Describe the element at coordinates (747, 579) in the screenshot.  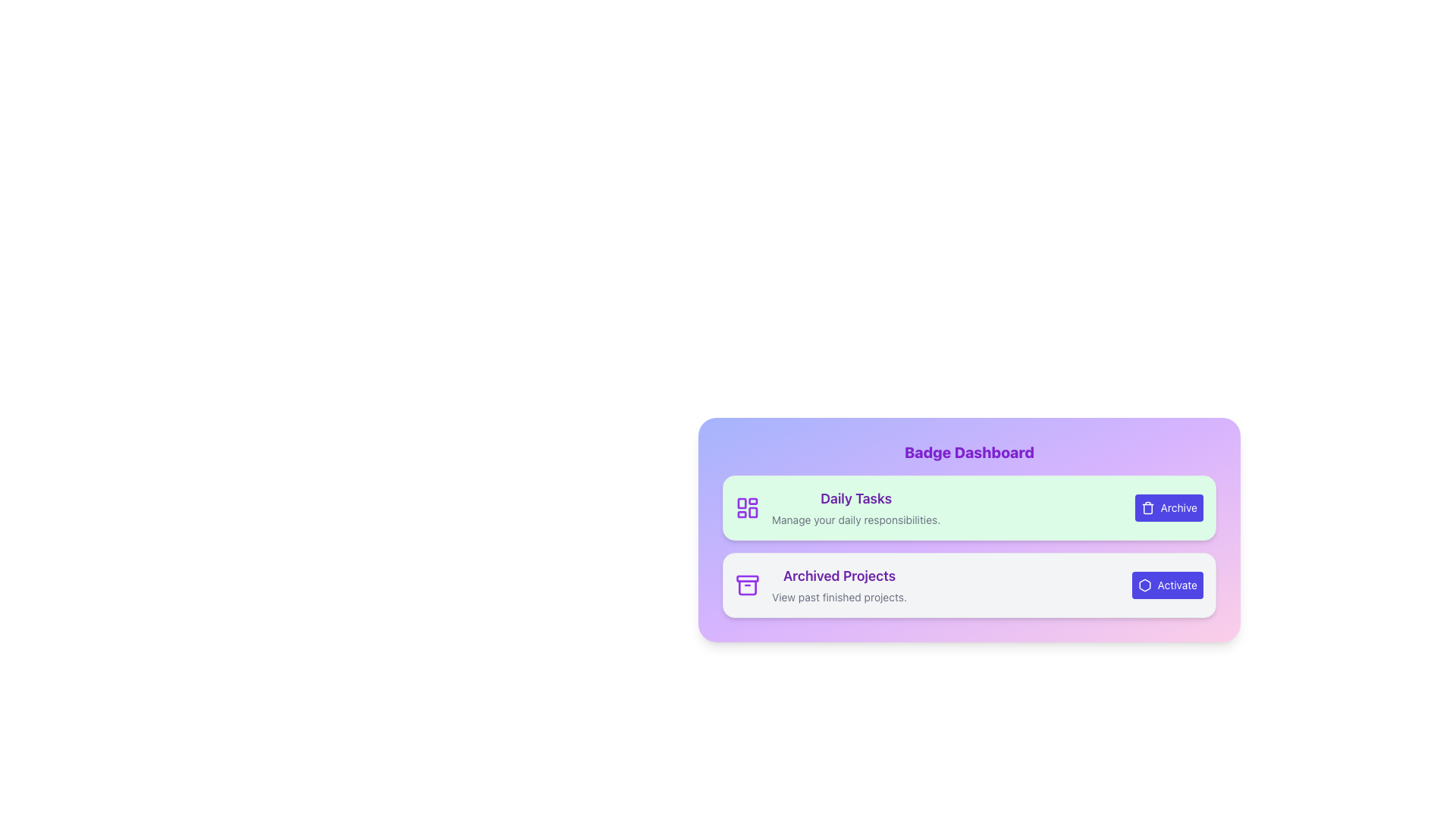
I see `the rectangular lid of the archive icon, which is outlined with rounded corners and located at the top of the archive icon in the 'Archived Projects' section` at that location.